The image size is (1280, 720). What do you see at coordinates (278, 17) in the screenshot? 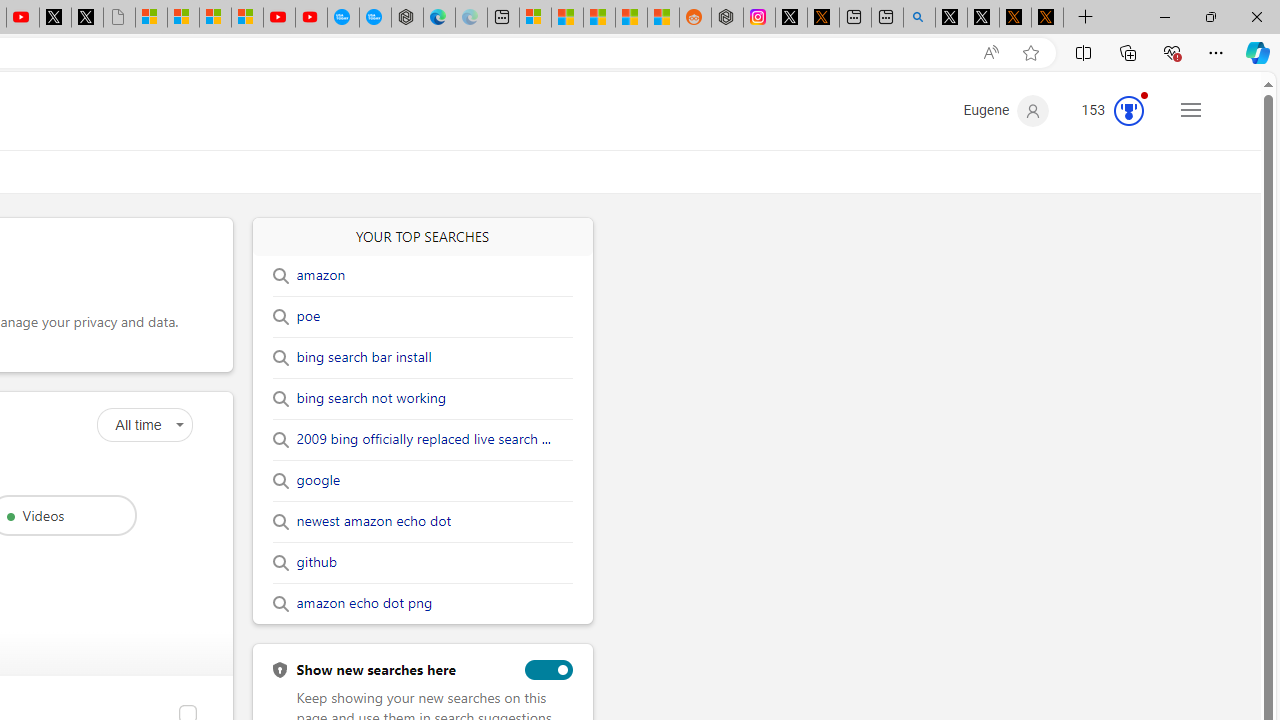
I see `'Gloom - YouTube'` at bounding box center [278, 17].